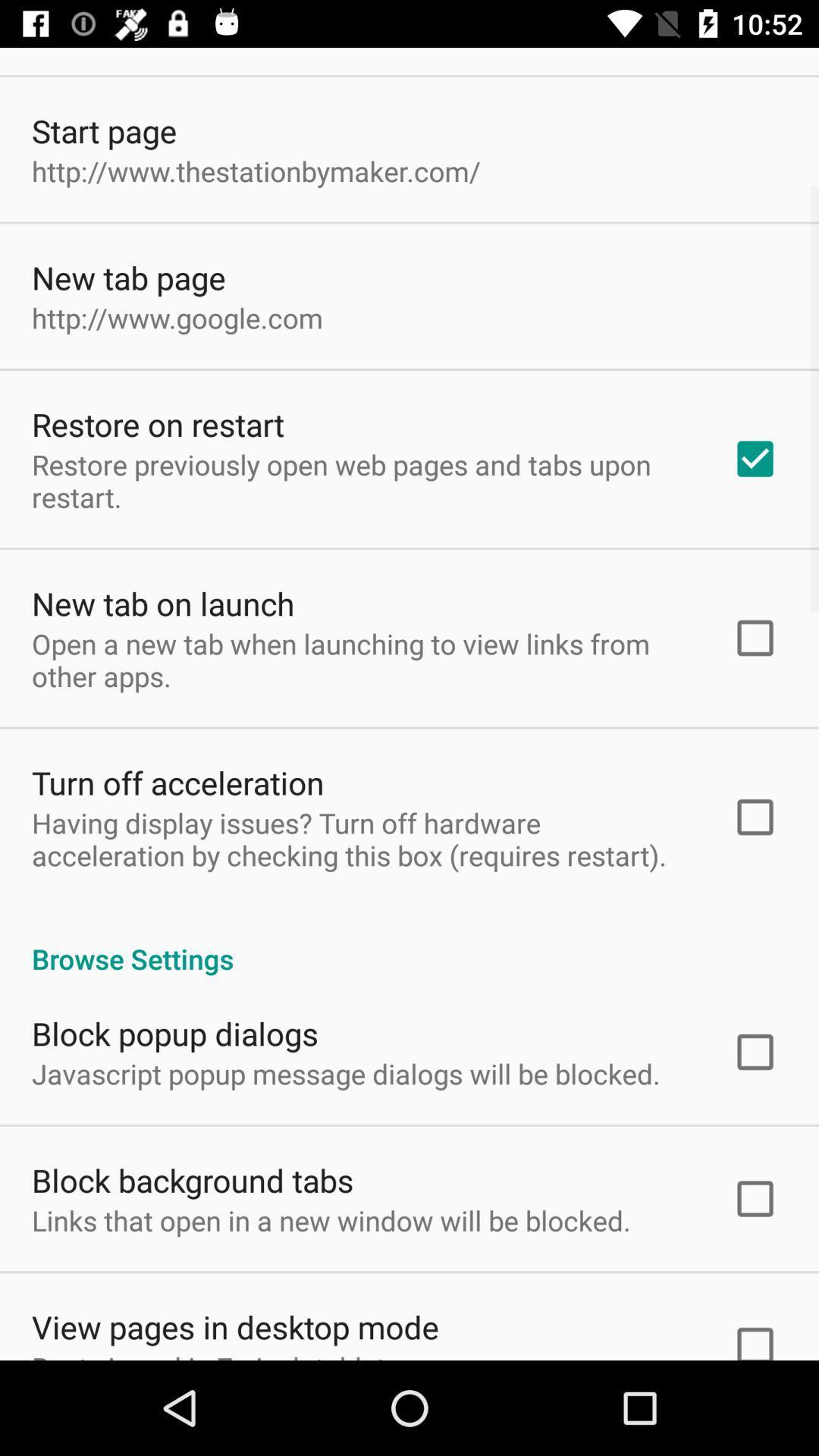 The width and height of the screenshot is (819, 1456). Describe the element at coordinates (219, 1354) in the screenshot. I see `best viewed in icon` at that location.